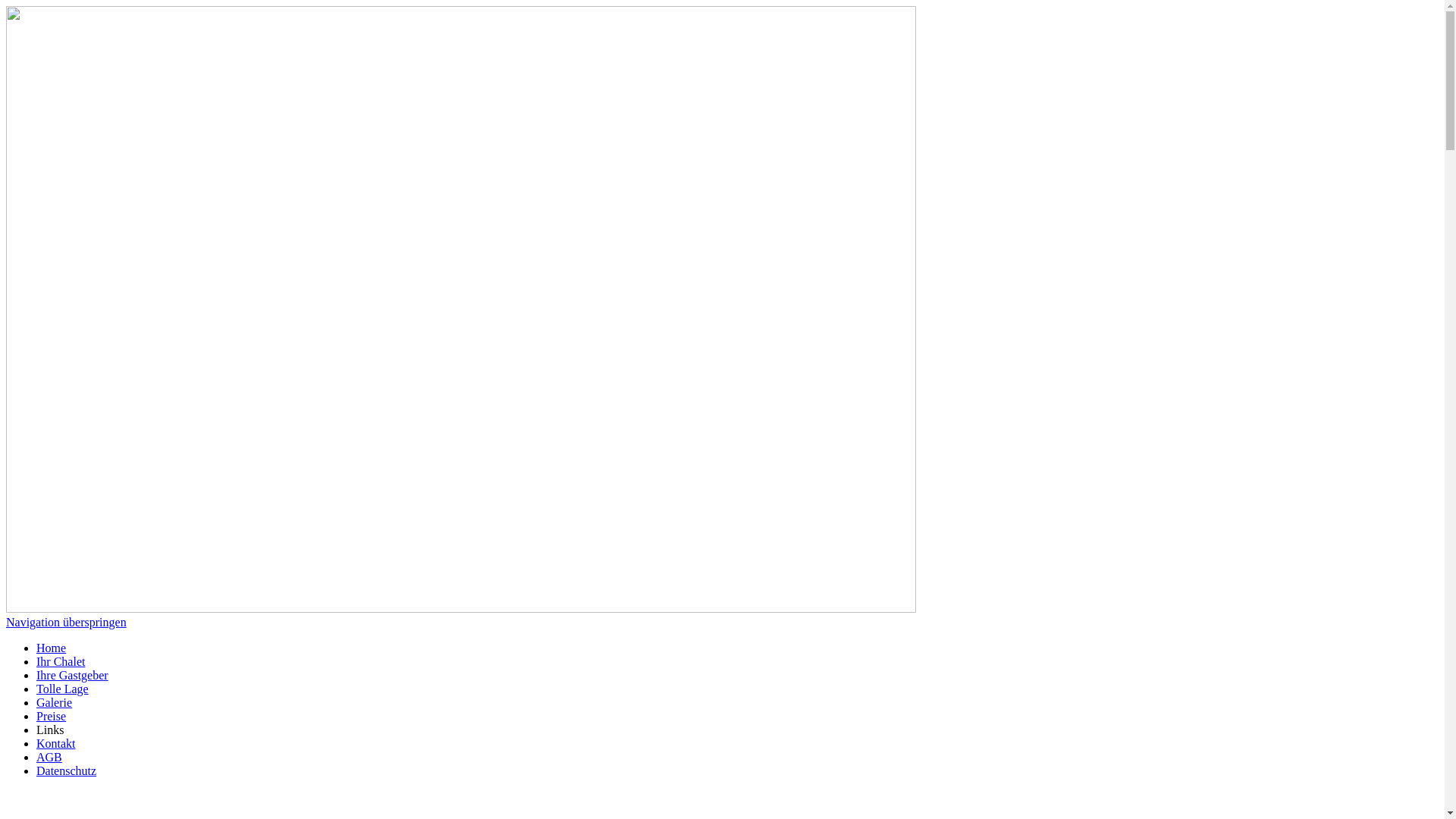 The image size is (1456, 819). I want to click on 'Preise', so click(51, 716).